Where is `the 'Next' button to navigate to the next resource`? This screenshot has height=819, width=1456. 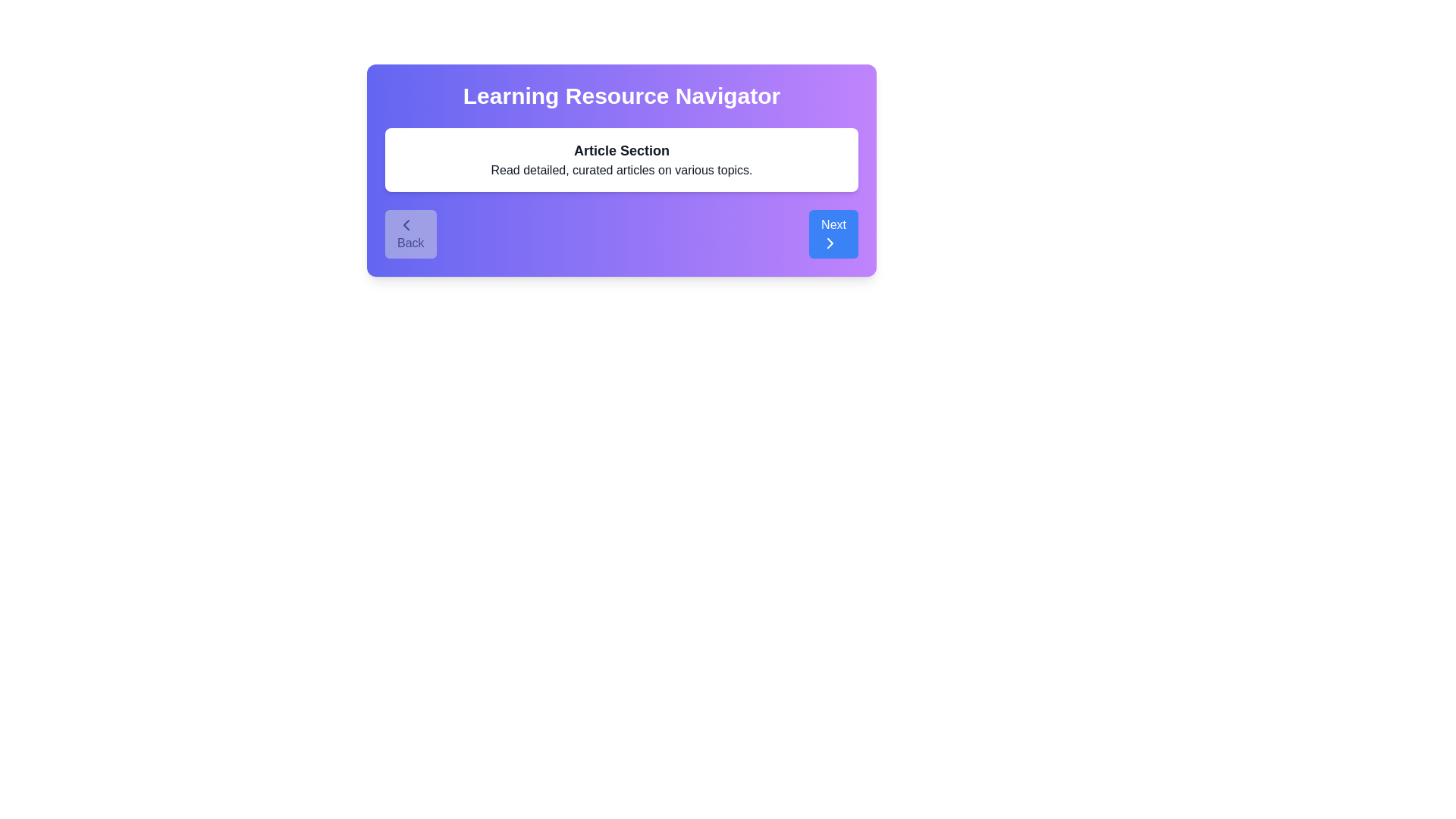 the 'Next' button to navigate to the next resource is located at coordinates (833, 234).